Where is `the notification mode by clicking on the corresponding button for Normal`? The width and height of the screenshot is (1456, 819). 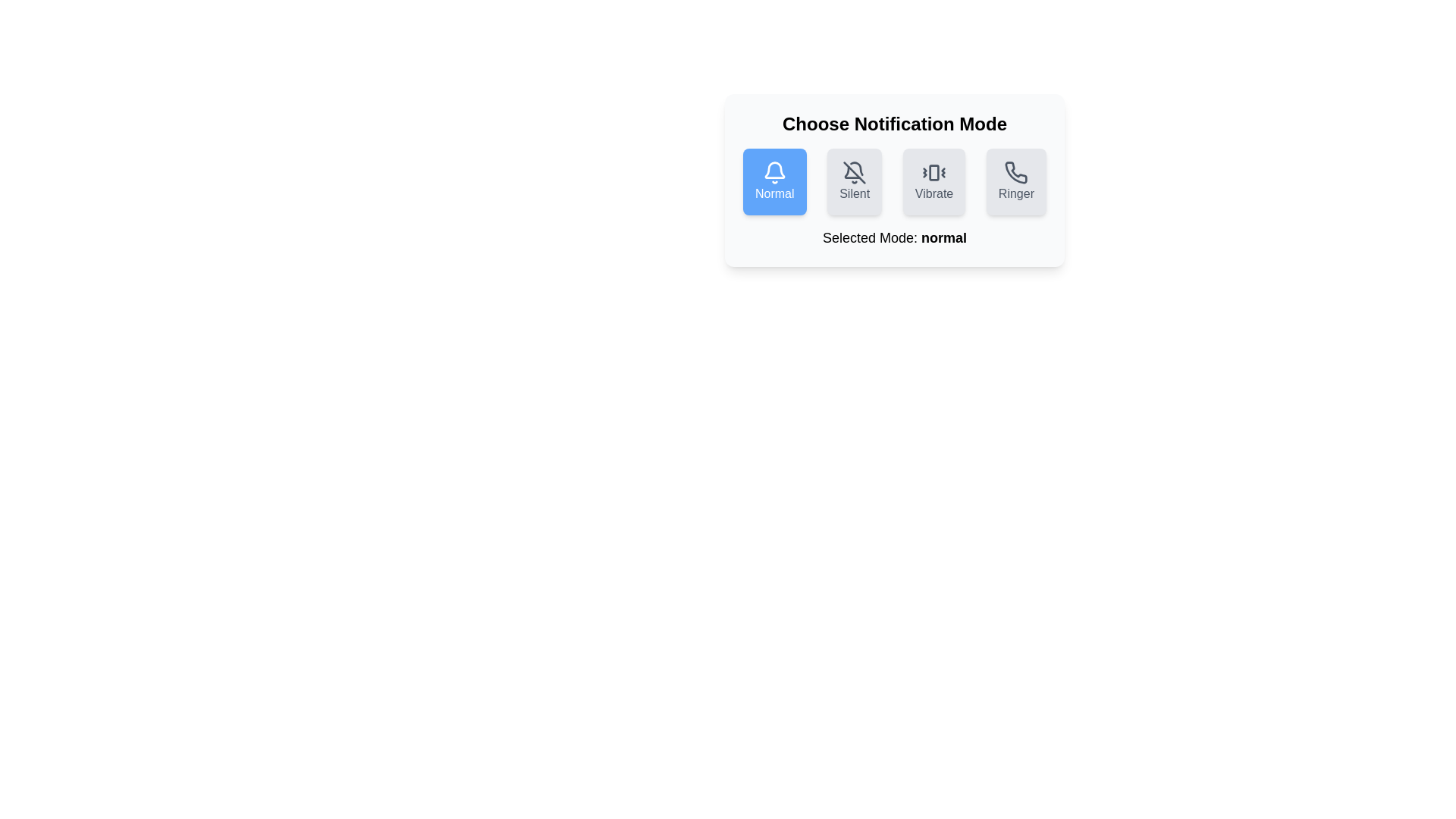 the notification mode by clicking on the corresponding button for Normal is located at coordinates (774, 180).